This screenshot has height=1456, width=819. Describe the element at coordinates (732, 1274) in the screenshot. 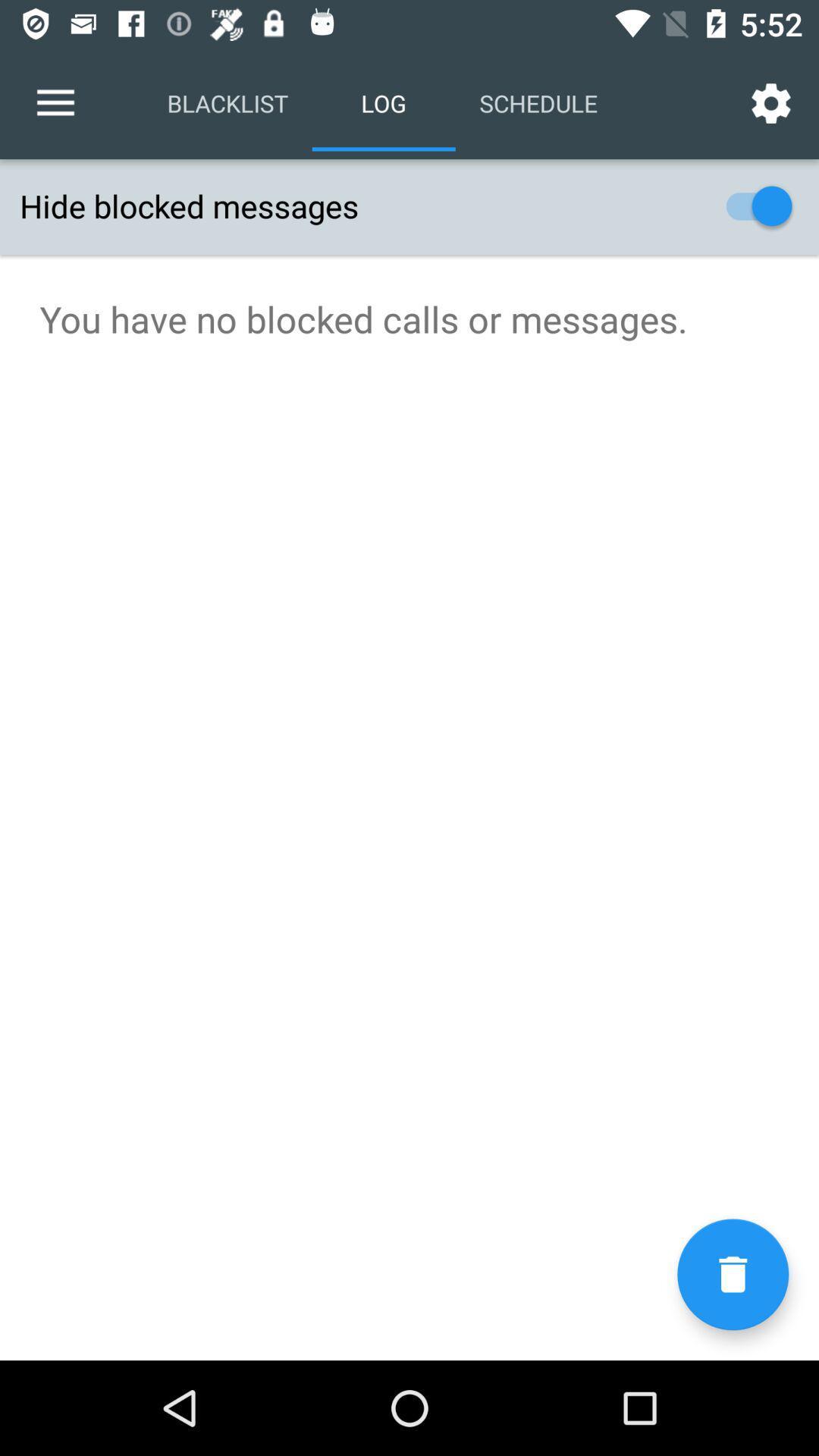

I see `item at the bottom right corner` at that location.